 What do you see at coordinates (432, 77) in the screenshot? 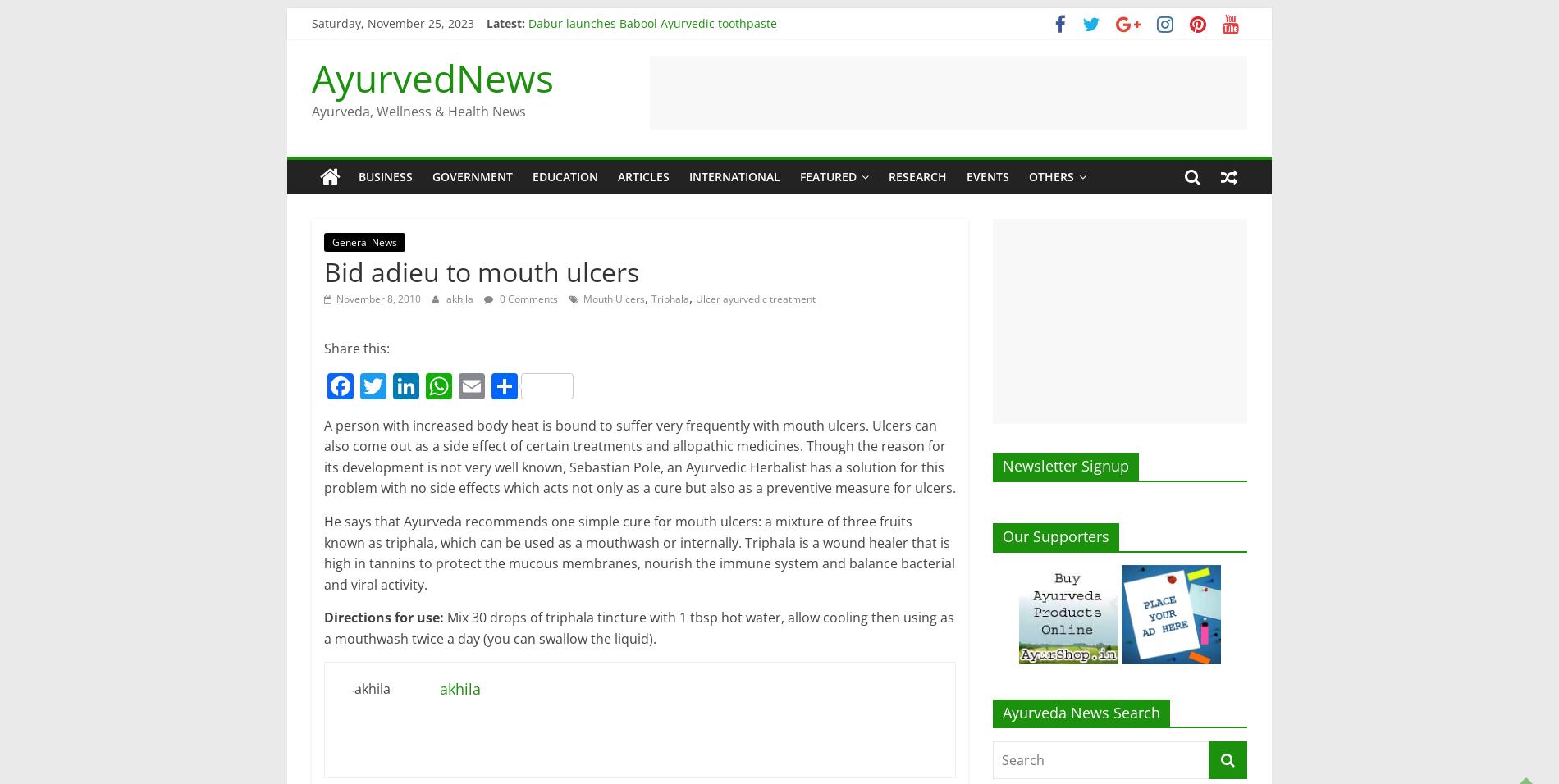
I see `'AyurvedNews'` at bounding box center [432, 77].